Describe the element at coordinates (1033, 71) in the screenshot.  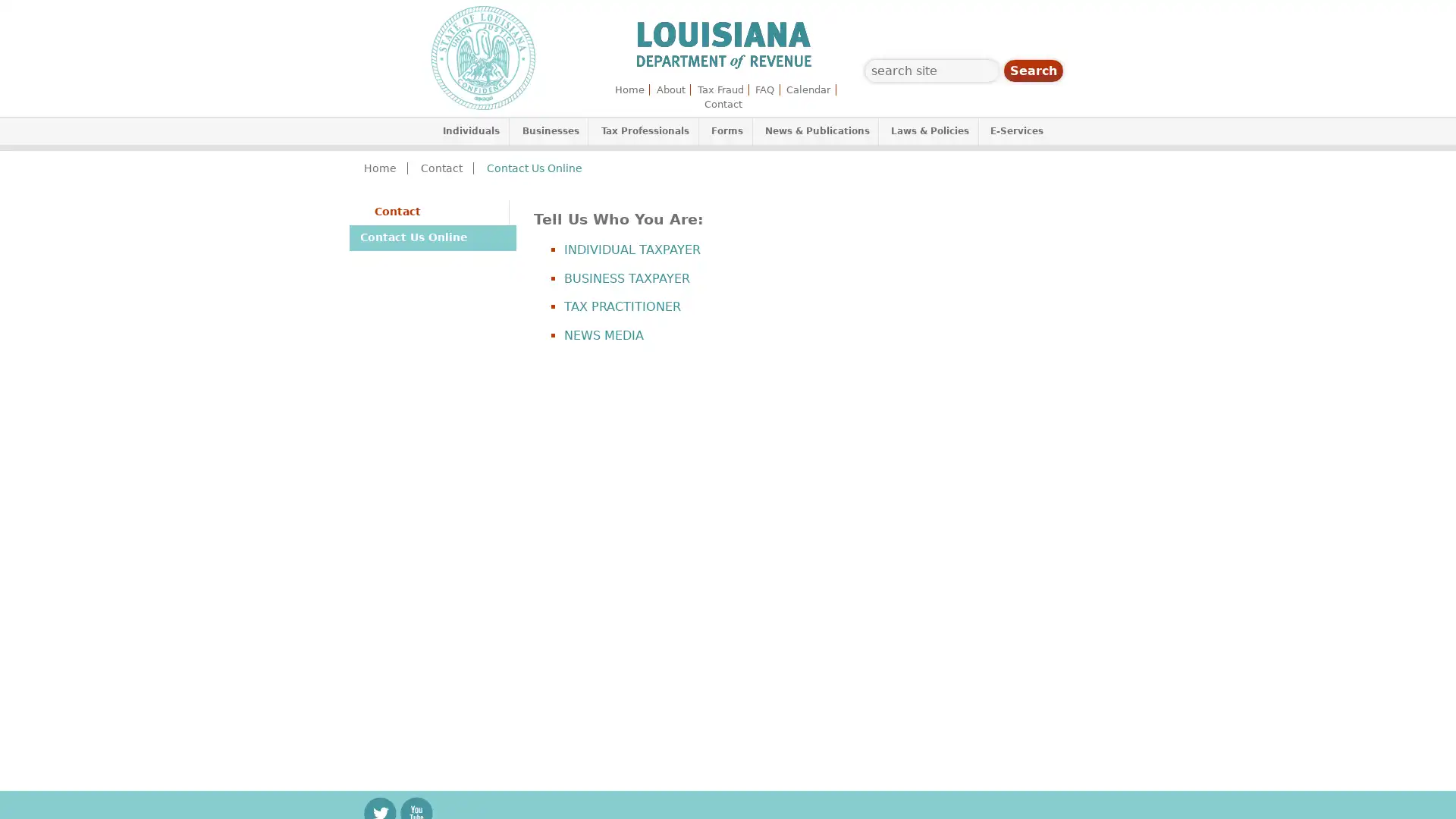
I see `Search` at that location.